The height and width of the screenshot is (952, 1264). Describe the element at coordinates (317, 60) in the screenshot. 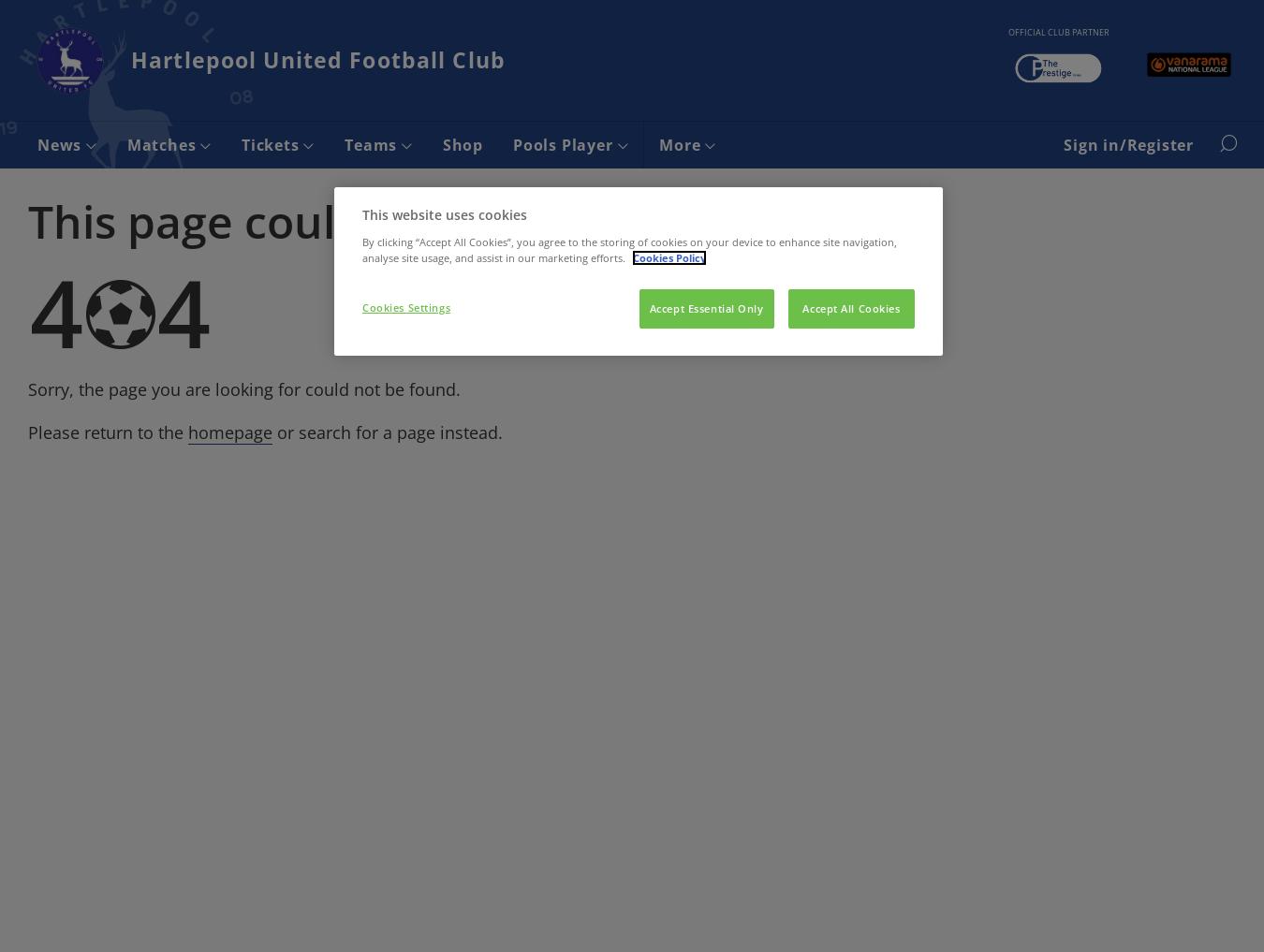

I see `'Hartlepool United Football Club'` at that location.